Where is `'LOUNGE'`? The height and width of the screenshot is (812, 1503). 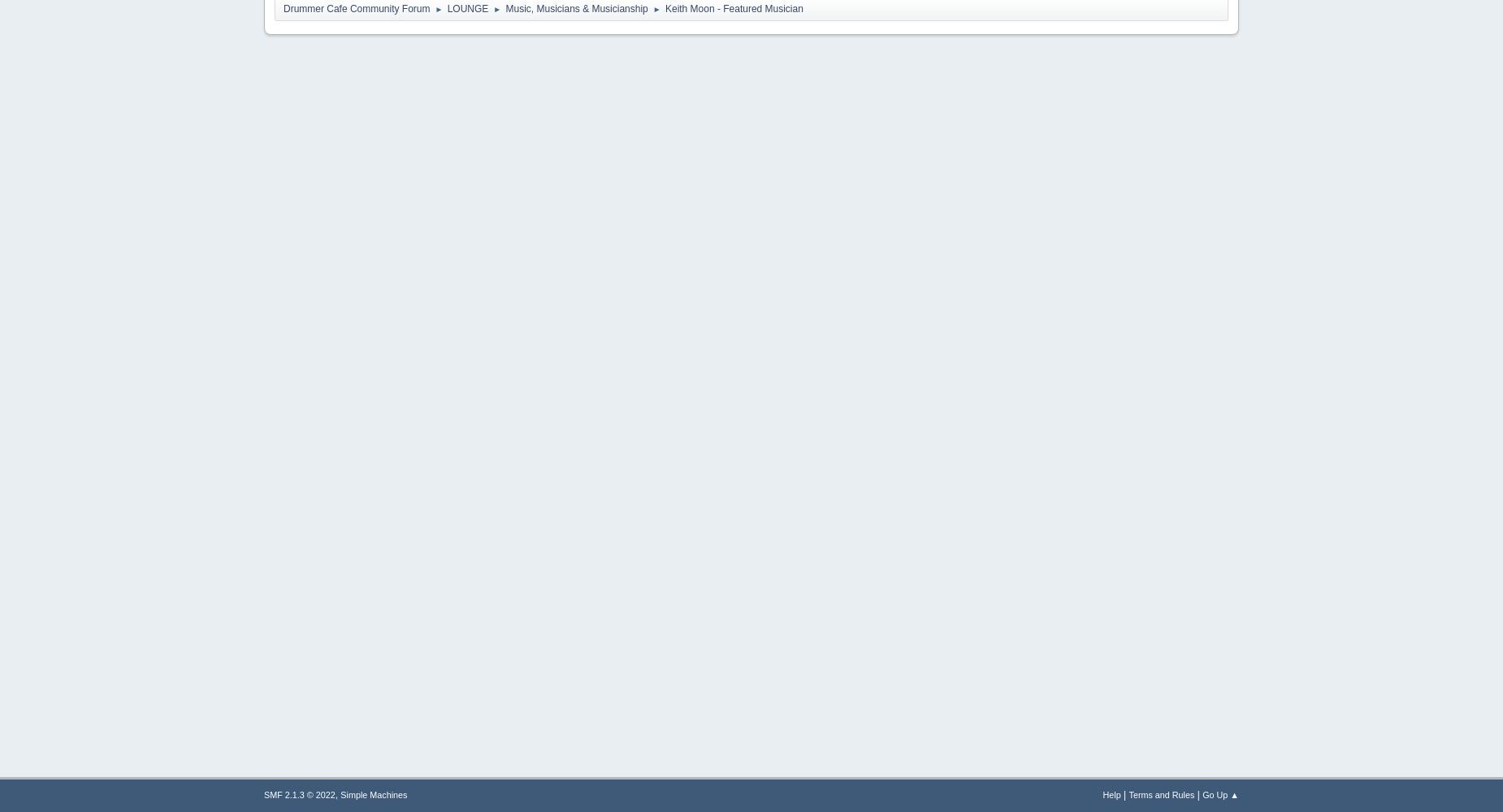 'LOUNGE' is located at coordinates (467, 9).